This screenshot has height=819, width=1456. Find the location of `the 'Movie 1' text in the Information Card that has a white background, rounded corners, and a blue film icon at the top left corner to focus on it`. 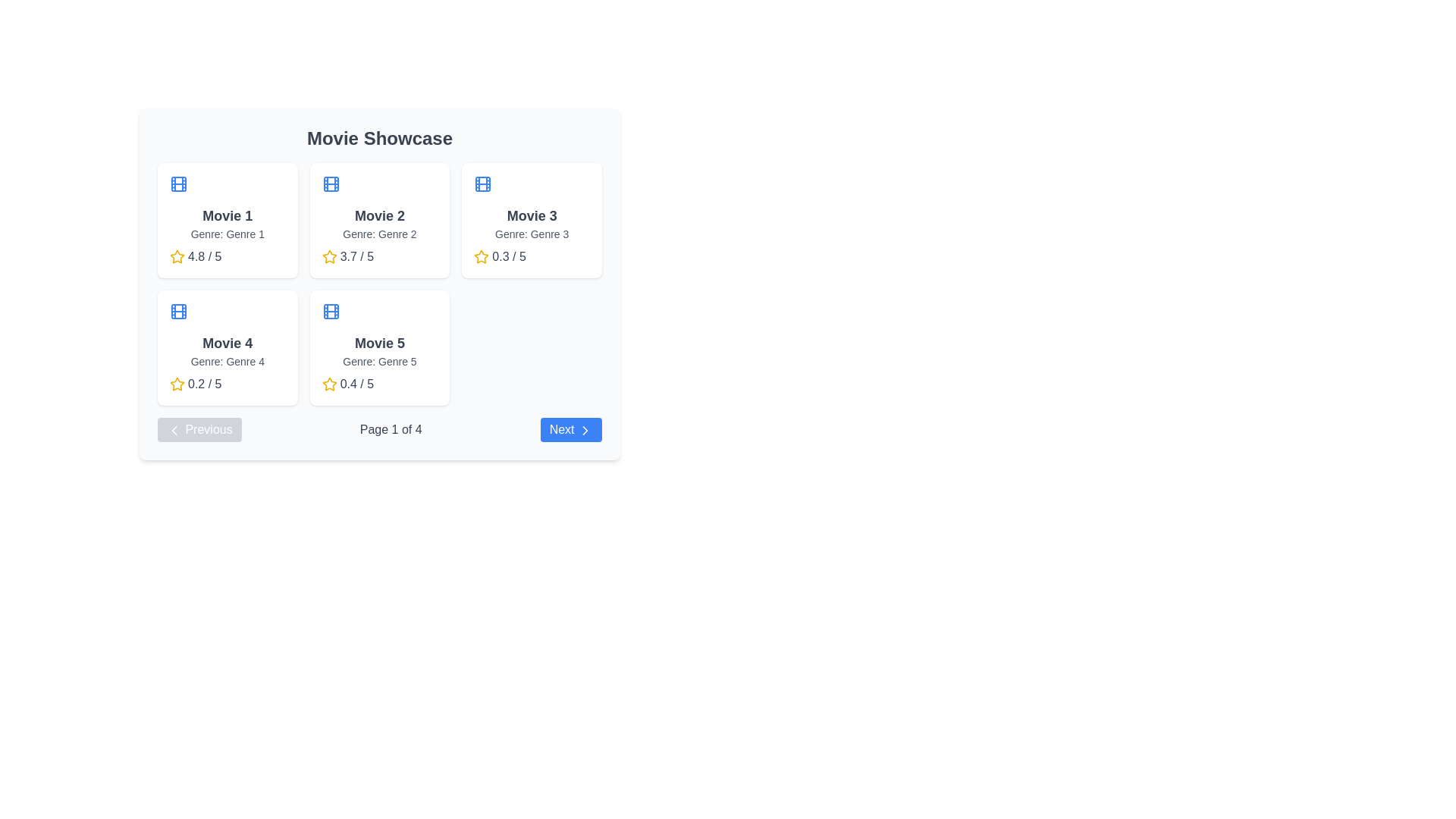

the 'Movie 1' text in the Information Card that has a white background, rounded corners, and a blue film icon at the top left corner to focus on it is located at coordinates (227, 220).